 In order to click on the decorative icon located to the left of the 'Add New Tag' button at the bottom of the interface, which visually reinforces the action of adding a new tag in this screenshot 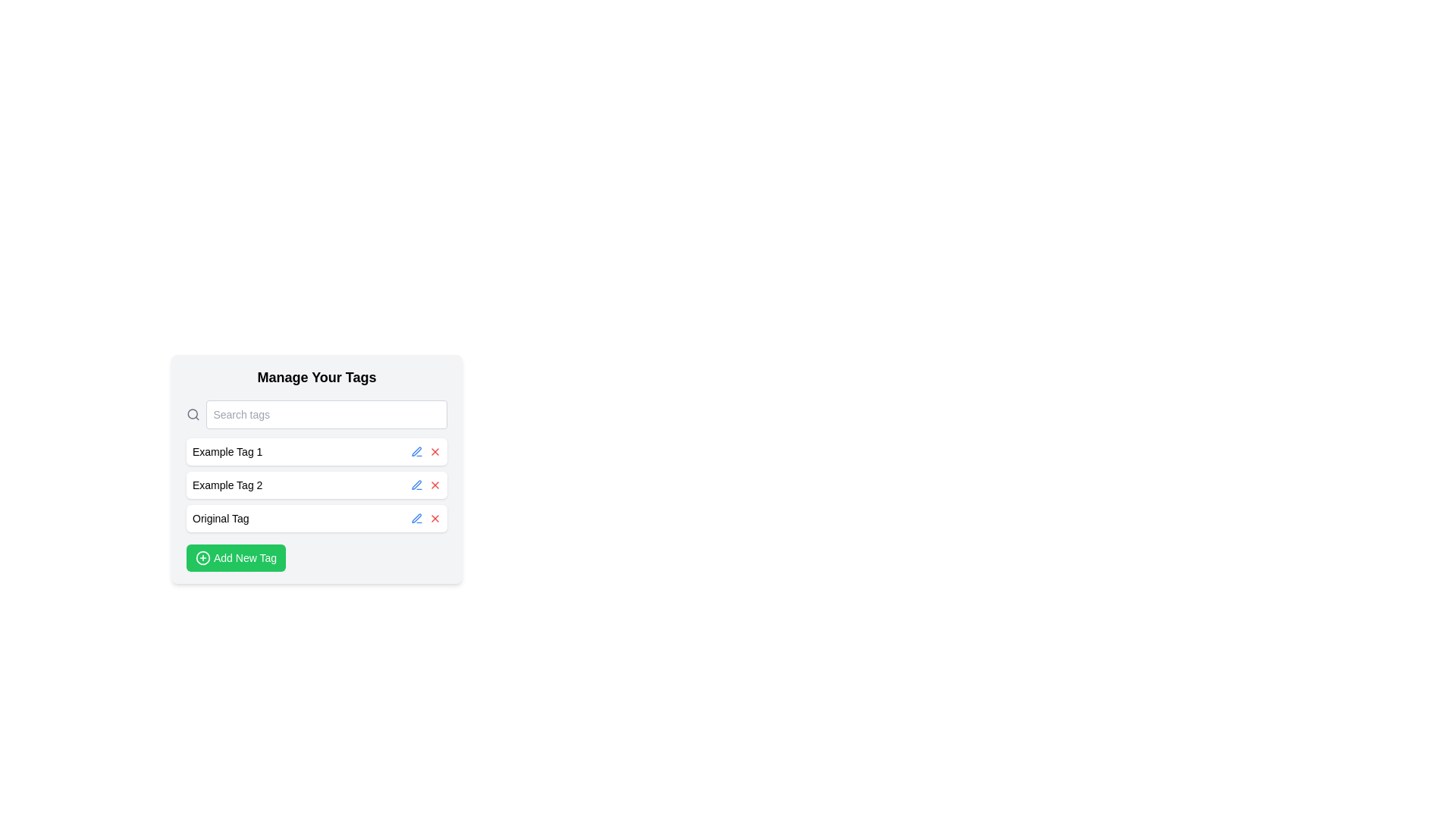, I will do `click(202, 558)`.